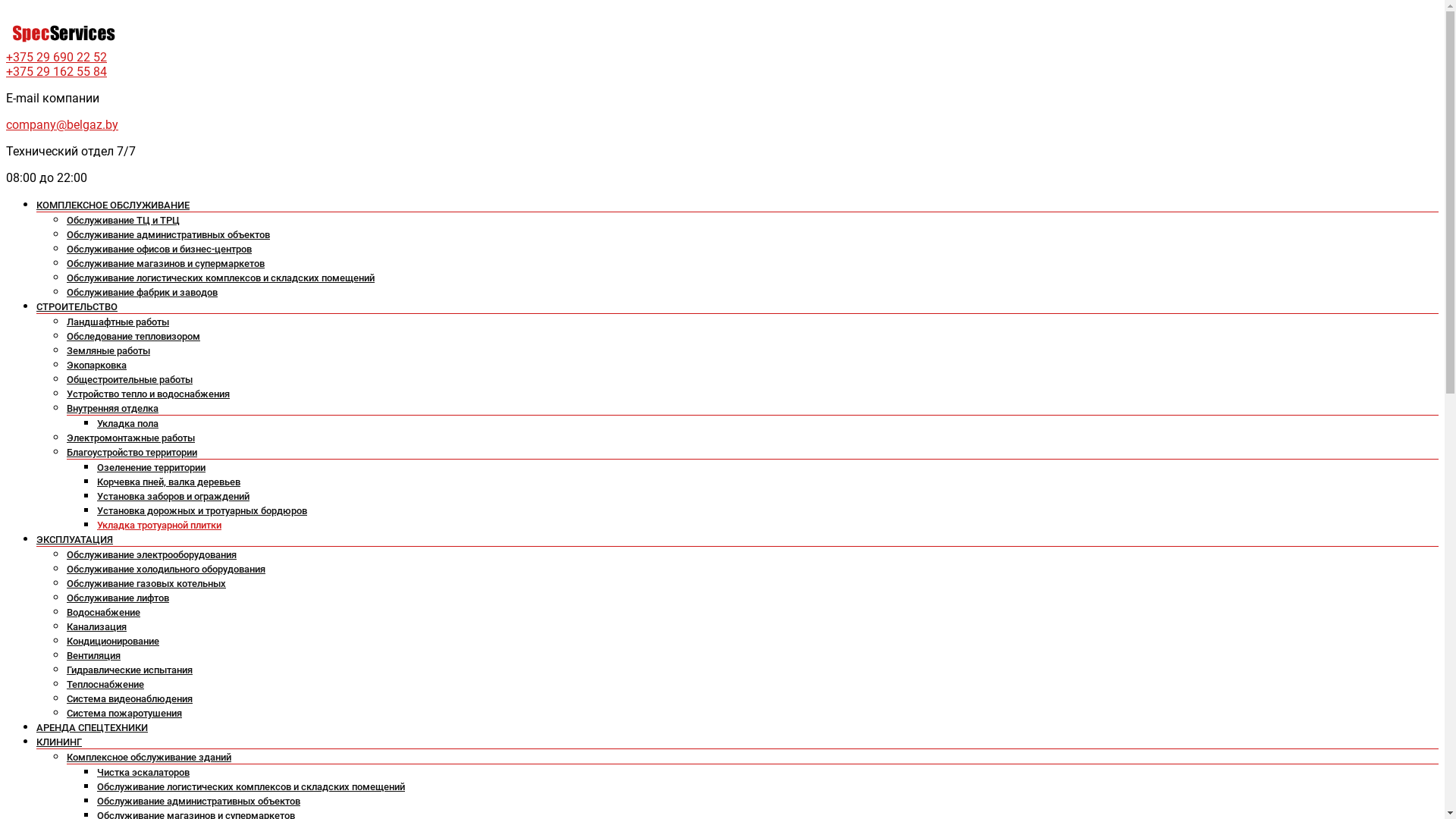 The height and width of the screenshot is (819, 1456). What do you see at coordinates (56, 56) in the screenshot?
I see `'+375 29 690 22 52'` at bounding box center [56, 56].